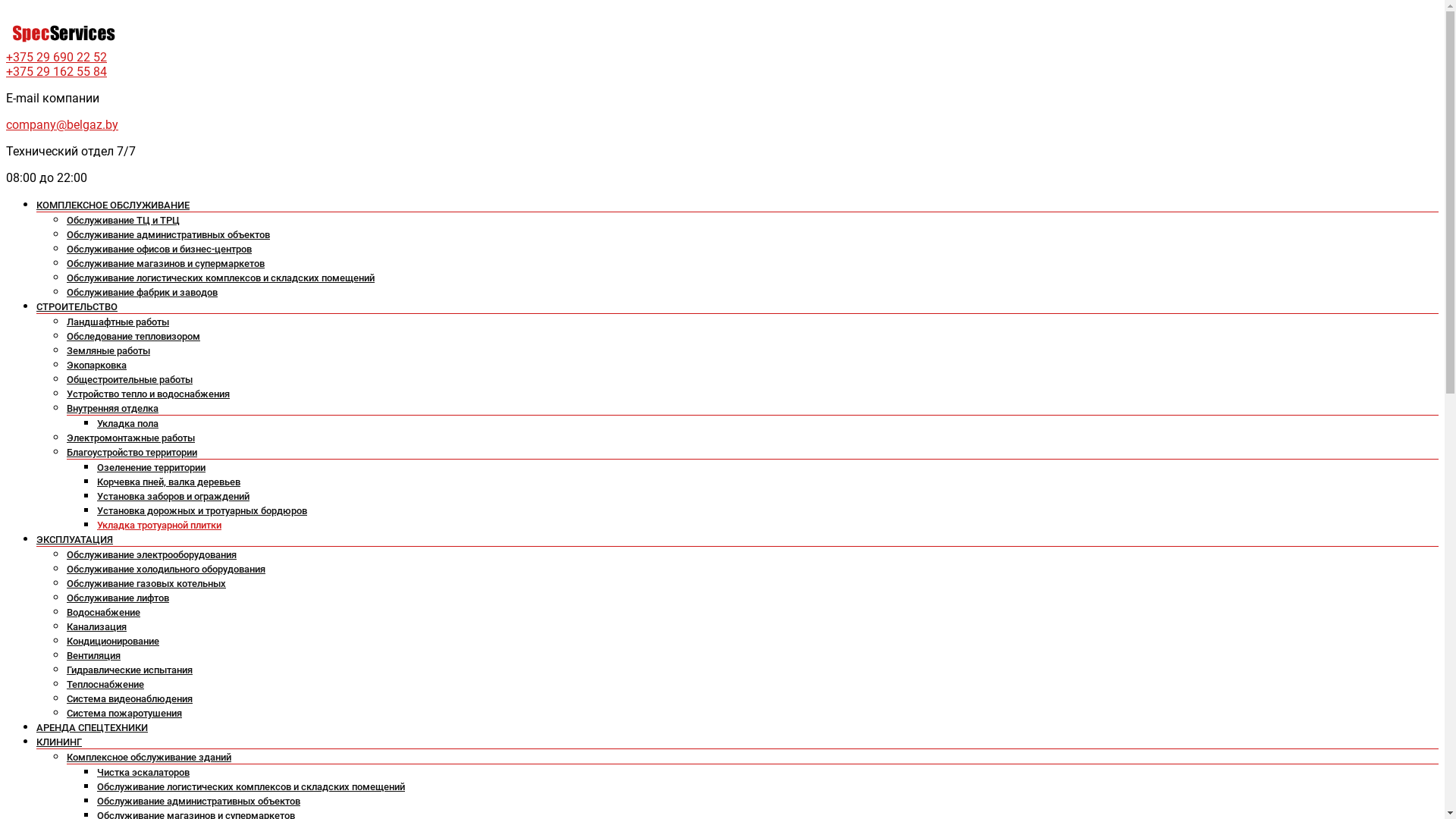 The height and width of the screenshot is (819, 1456). What do you see at coordinates (56, 56) in the screenshot?
I see `'+375 29 690 22 52'` at bounding box center [56, 56].